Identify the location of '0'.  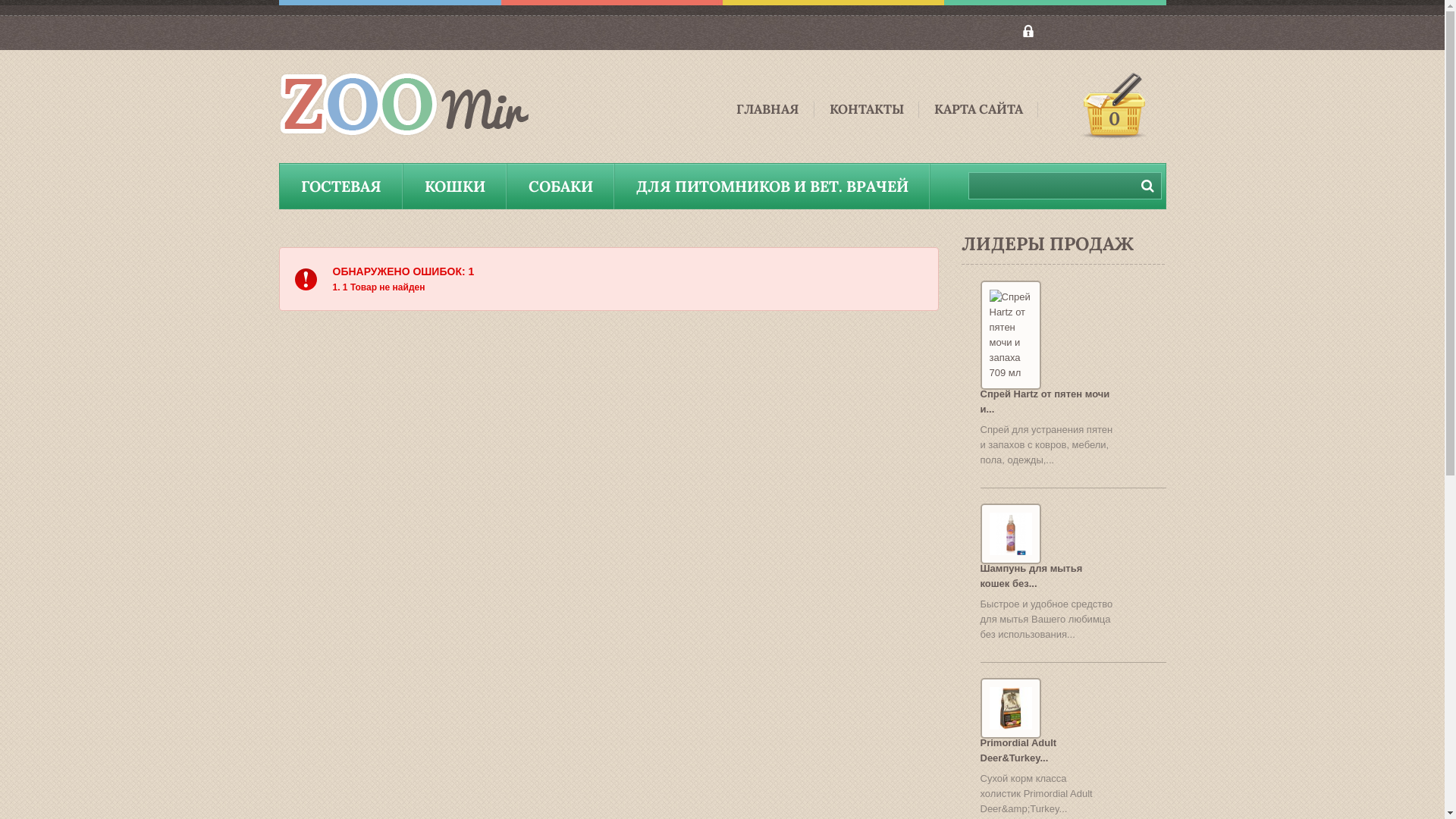
(1112, 105).